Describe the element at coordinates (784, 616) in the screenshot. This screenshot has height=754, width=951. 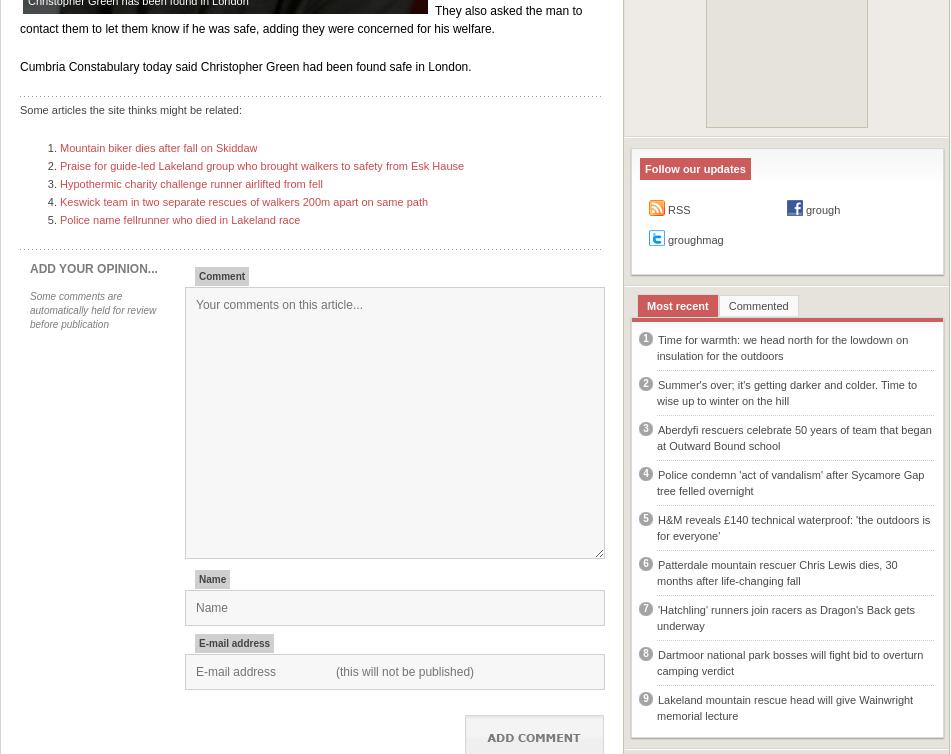
I see `''Hatchling' runners join racers as Dragon's Back gets underway'` at that location.